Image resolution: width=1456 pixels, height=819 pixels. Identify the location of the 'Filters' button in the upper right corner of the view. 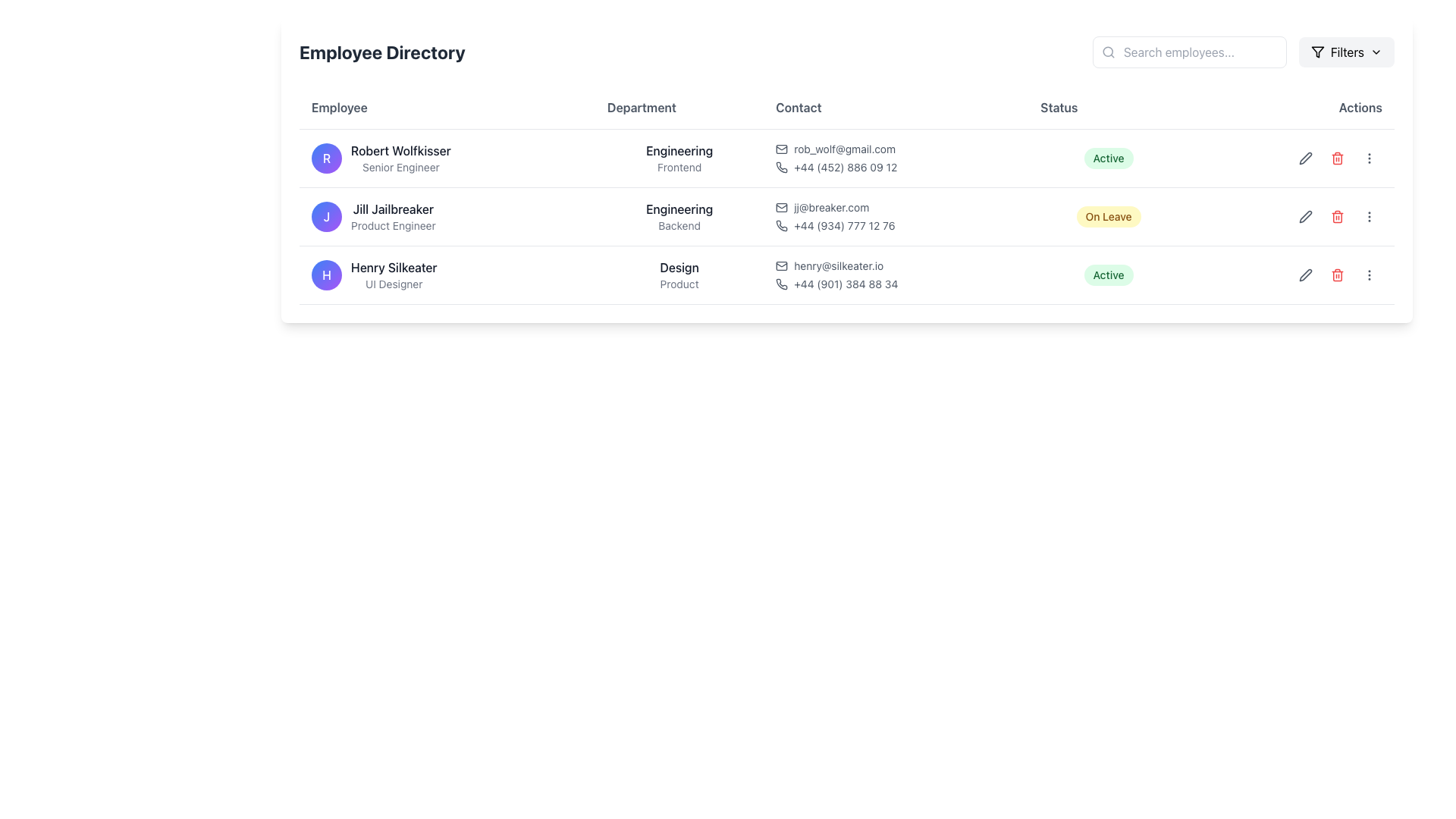
(1347, 52).